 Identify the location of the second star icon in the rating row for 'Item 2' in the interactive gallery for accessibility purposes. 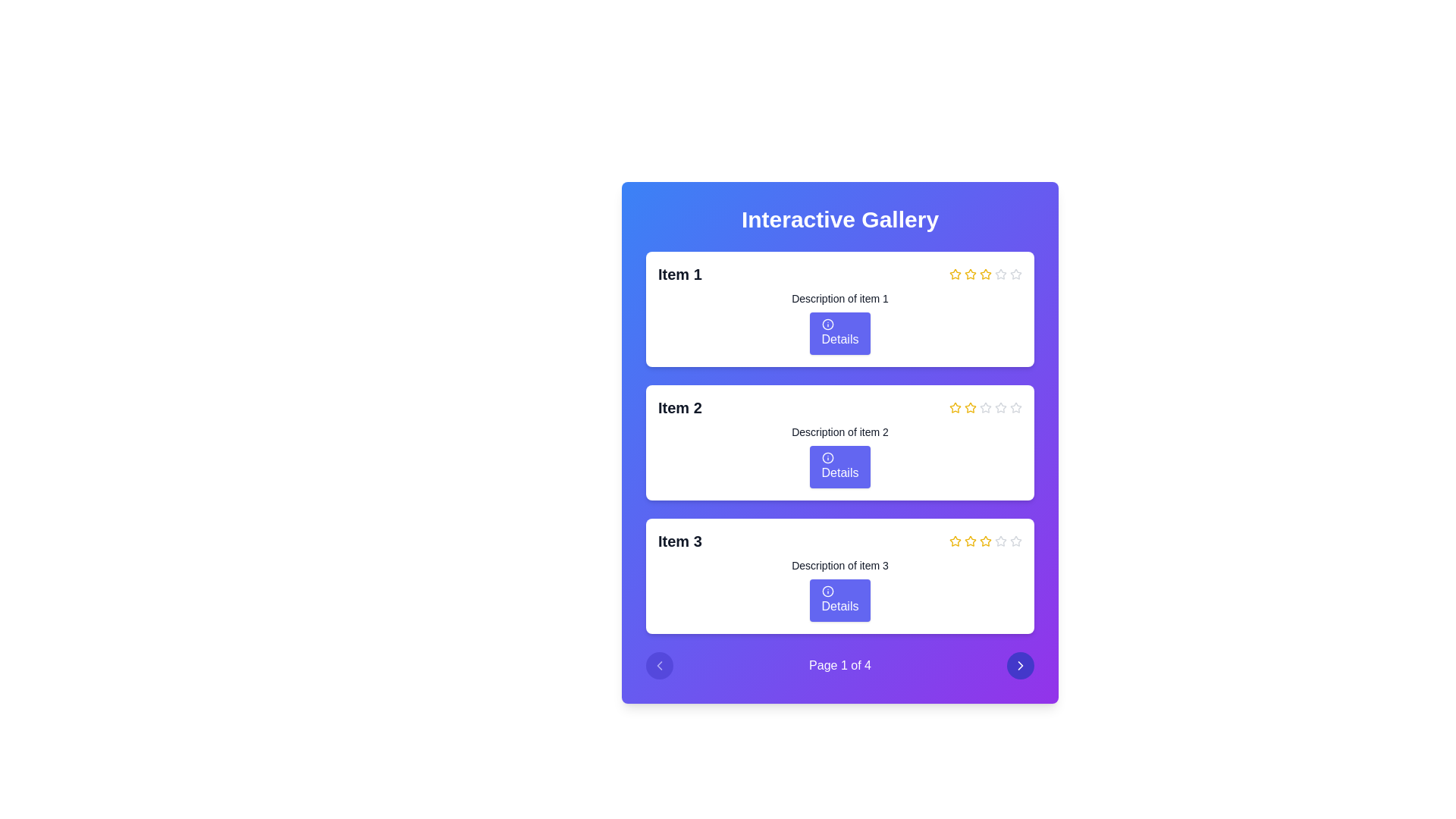
(971, 406).